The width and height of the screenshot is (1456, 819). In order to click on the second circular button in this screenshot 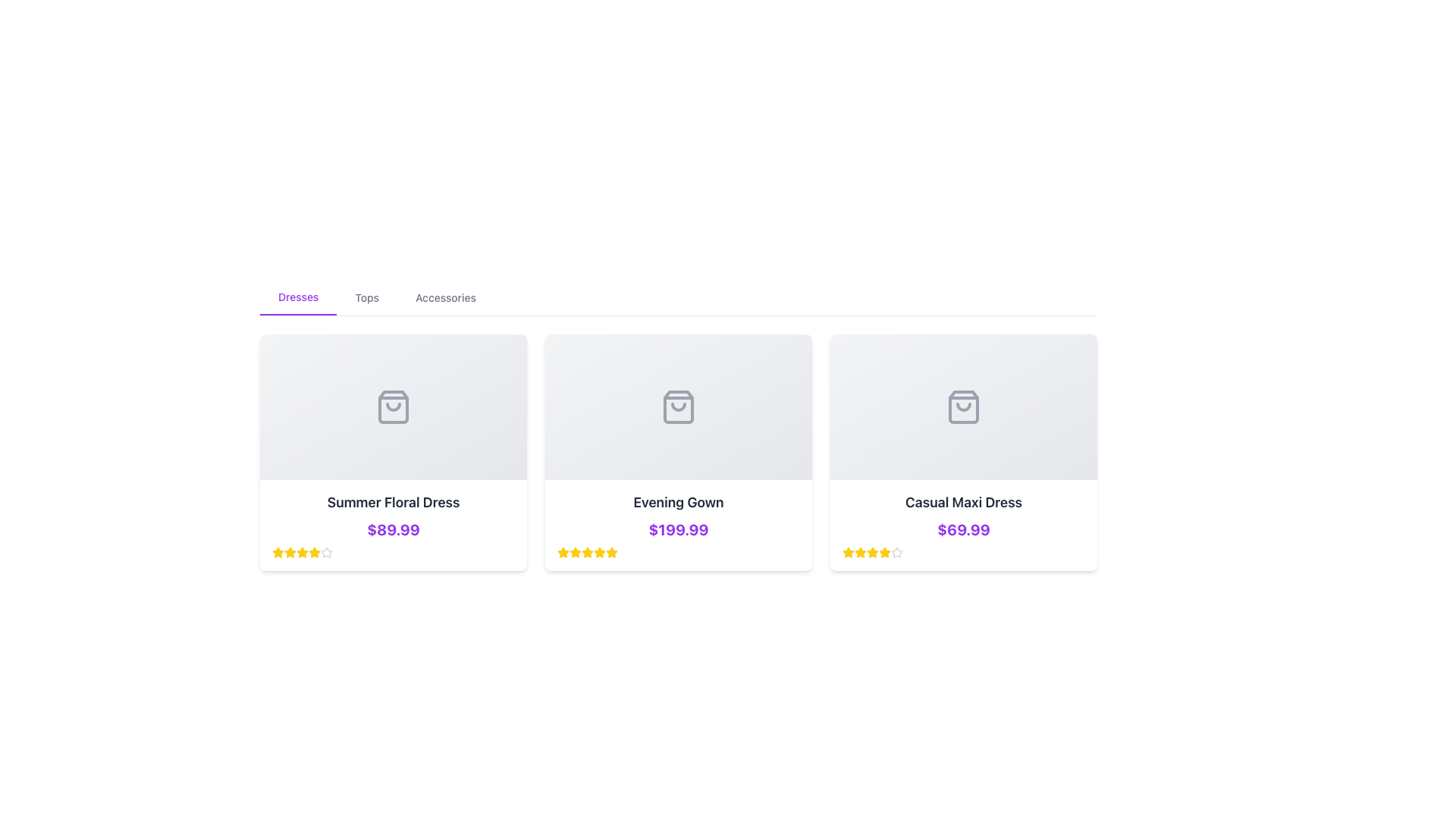, I will do `click(983, 452)`.